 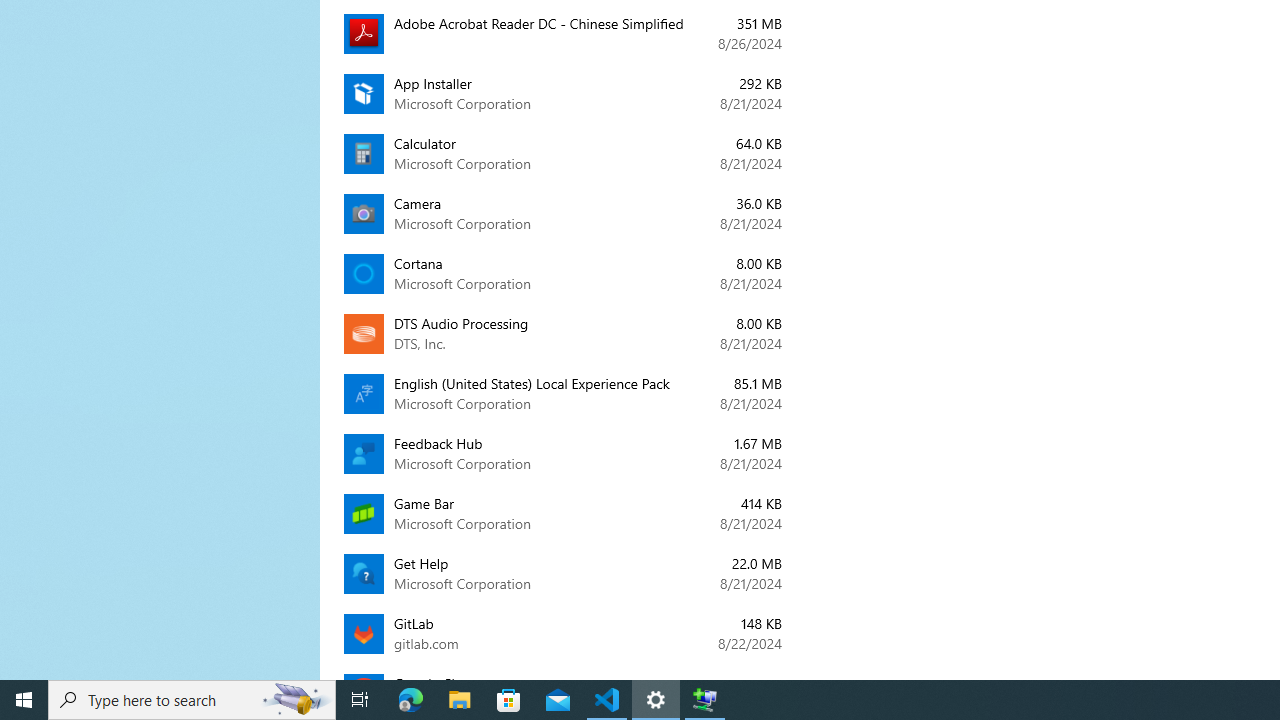 I want to click on 'Search highlights icon opens search home window', so click(x=294, y=698).